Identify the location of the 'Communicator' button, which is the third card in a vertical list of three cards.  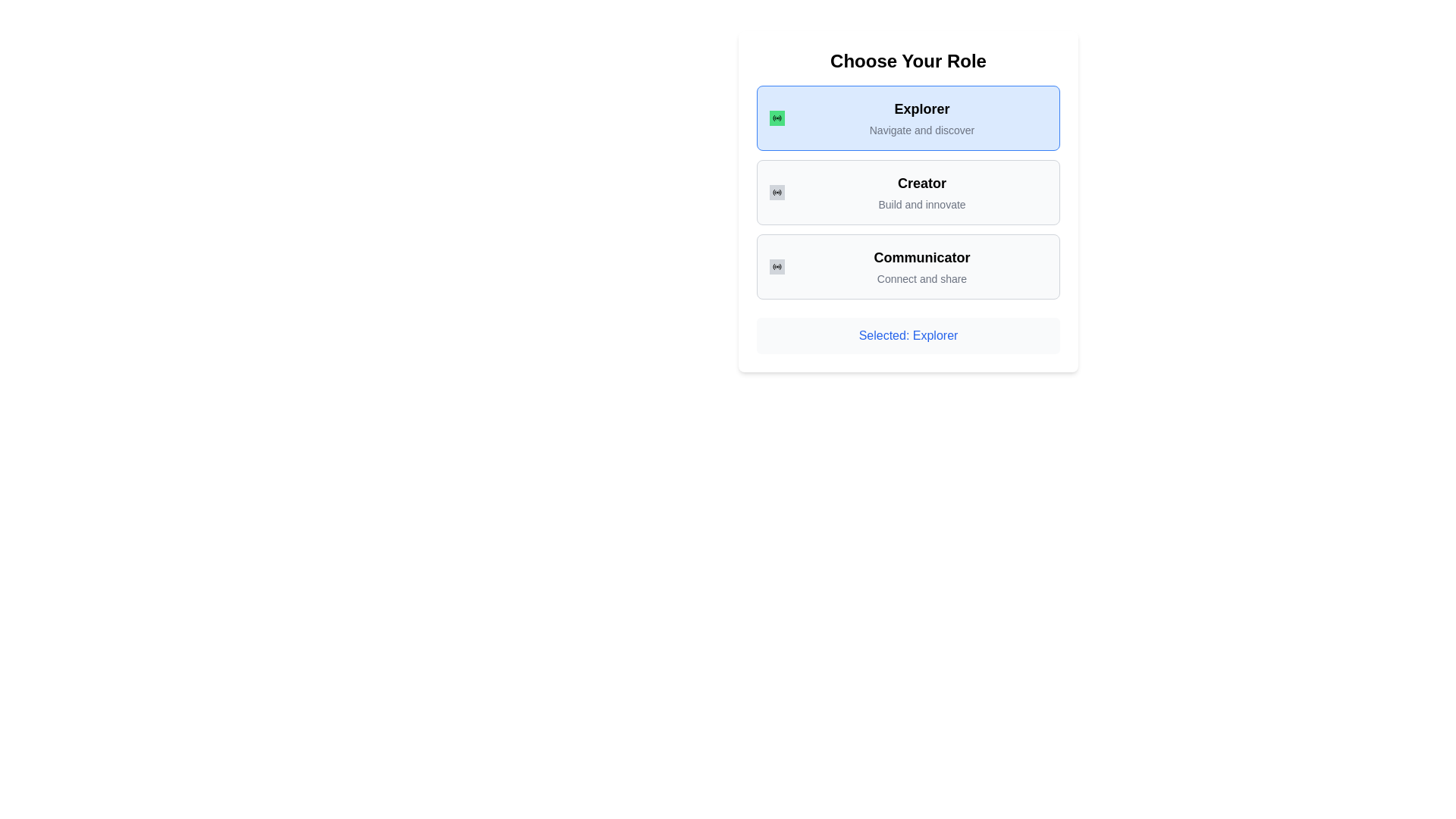
(908, 265).